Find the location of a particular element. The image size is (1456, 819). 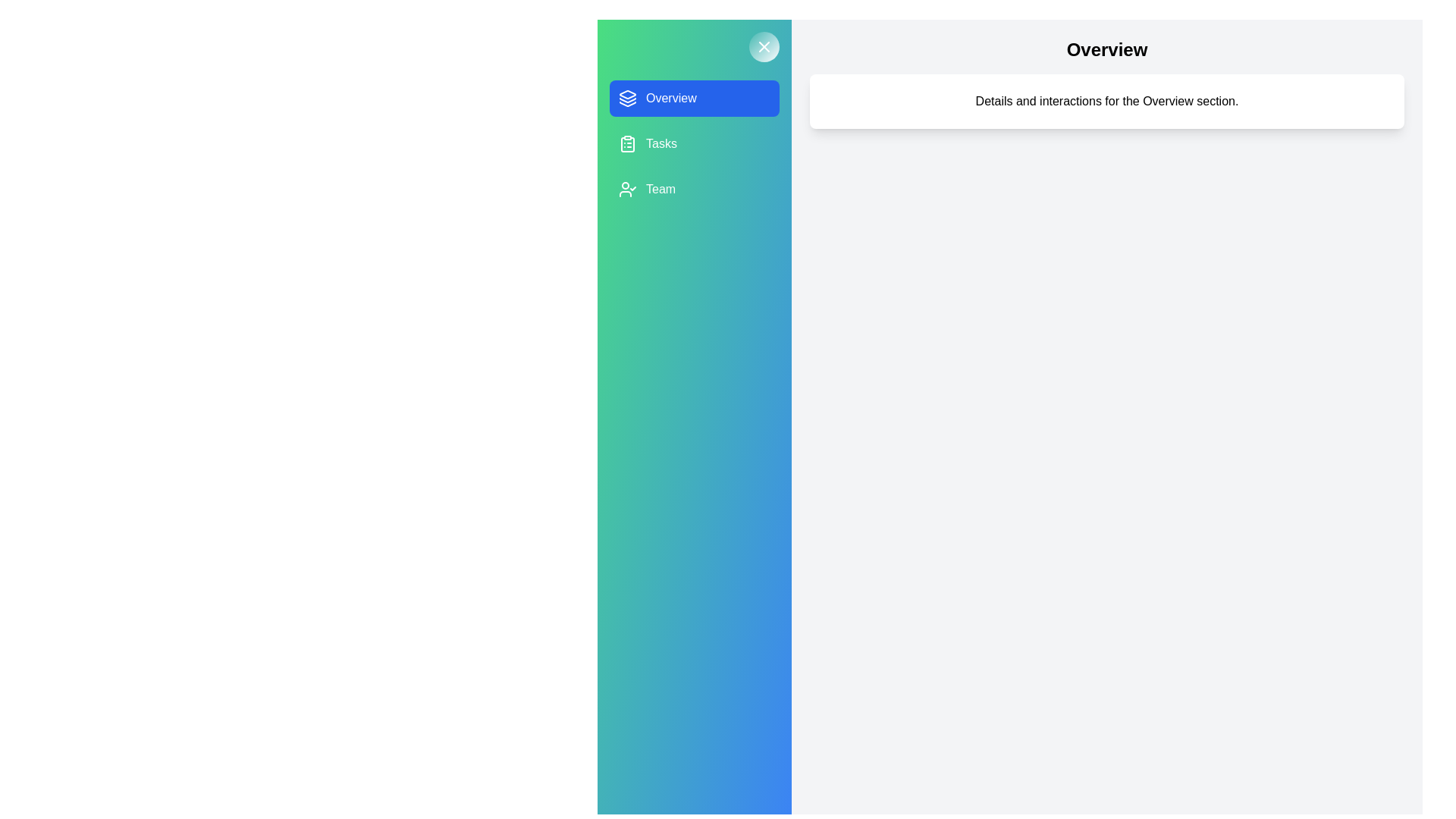

the project Team from the list is located at coordinates (694, 189).